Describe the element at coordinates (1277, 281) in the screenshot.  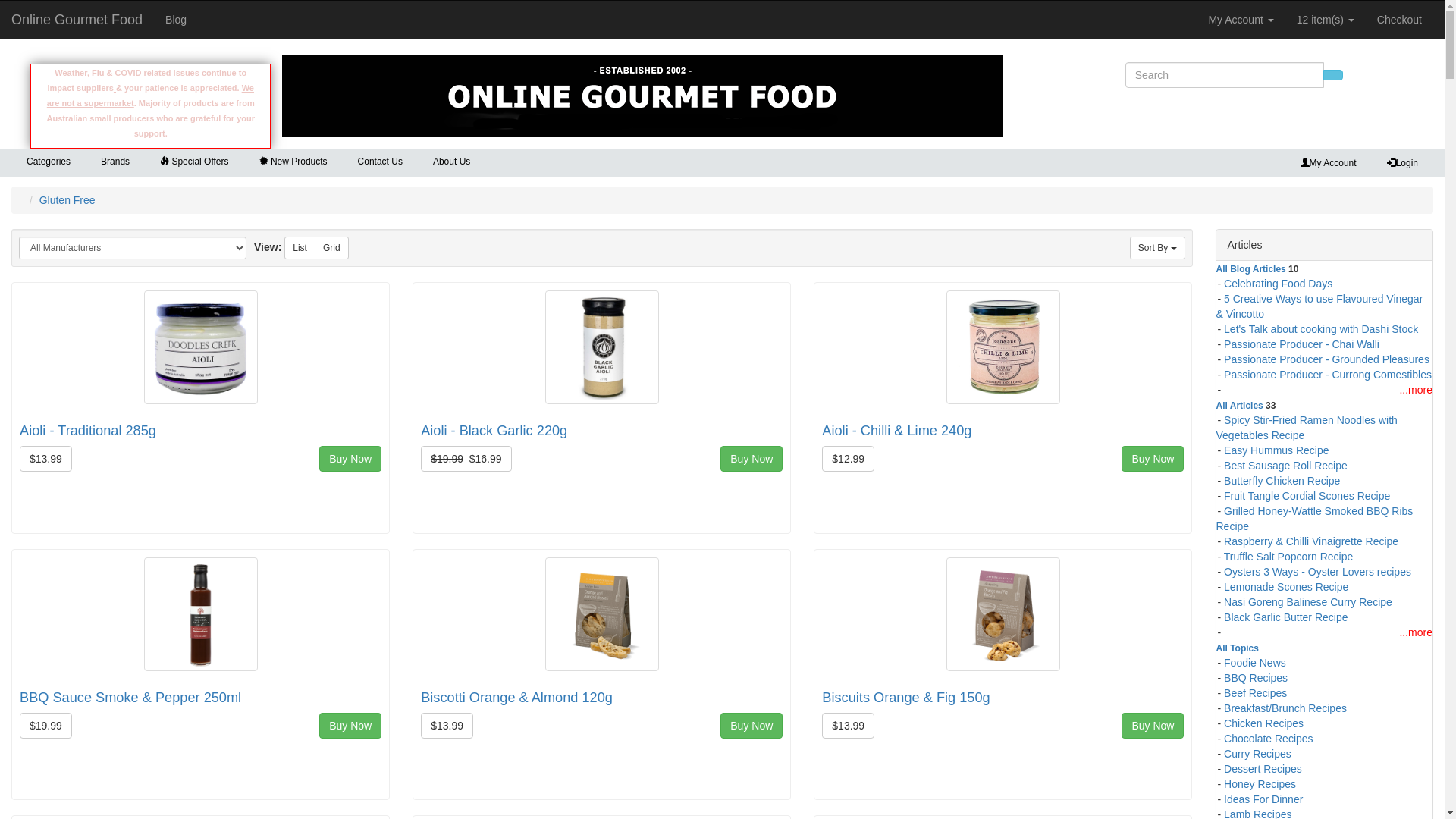
I see `'Celebrating Food Days'` at that location.